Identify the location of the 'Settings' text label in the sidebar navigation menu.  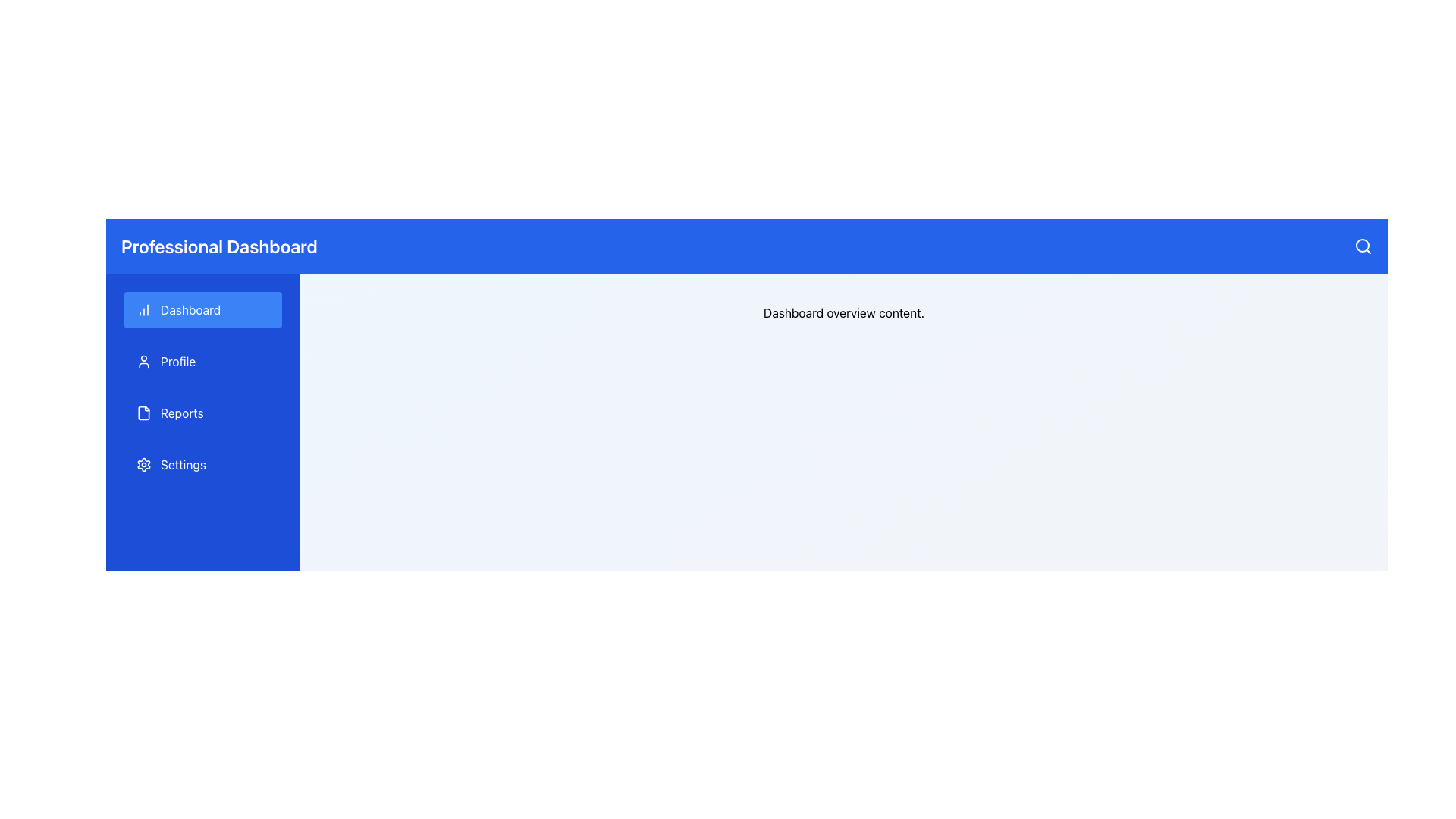
(182, 464).